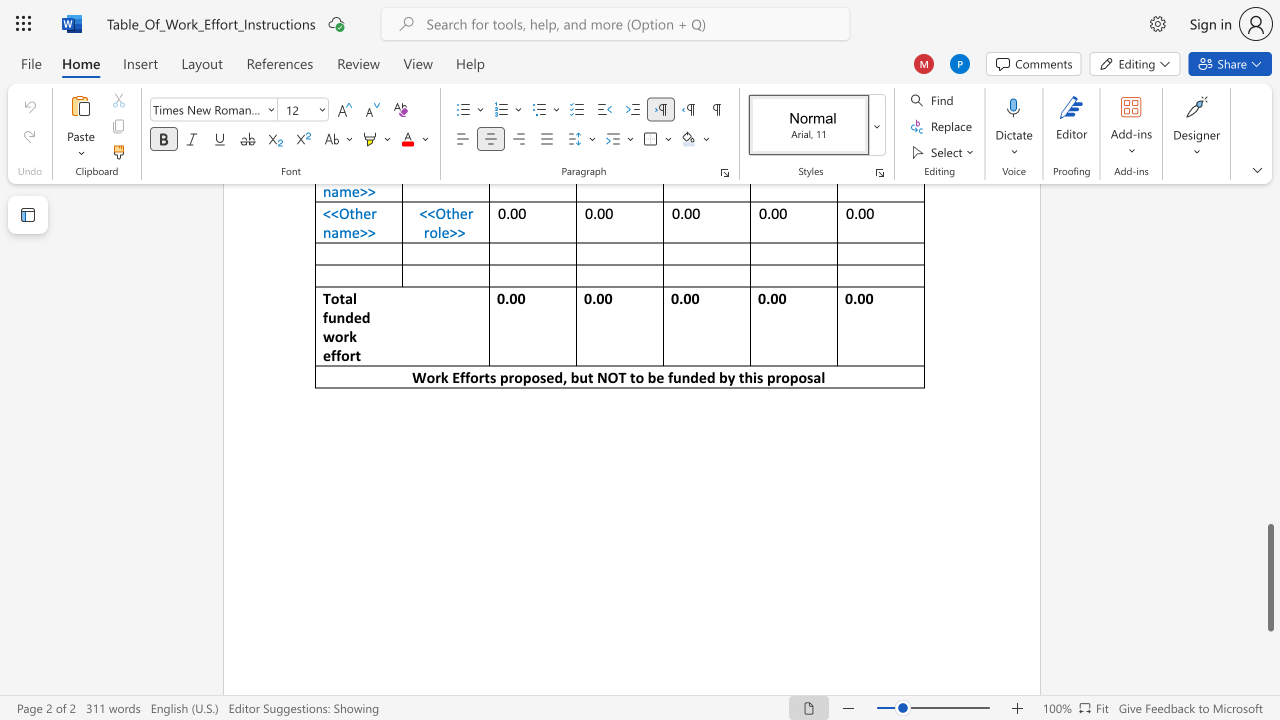 The width and height of the screenshot is (1280, 720). I want to click on the scrollbar on the right to move the page upward, so click(1269, 238).